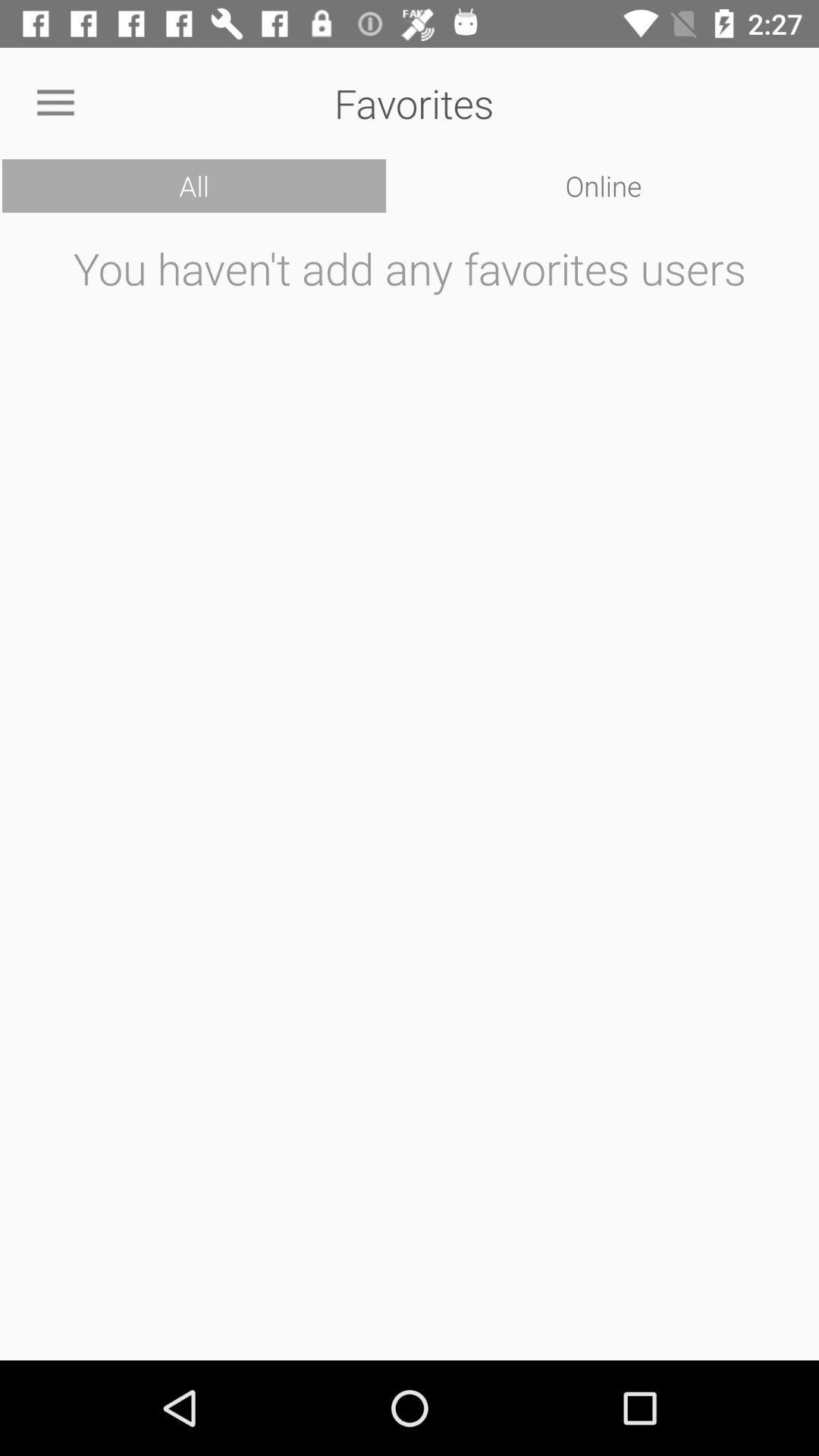 This screenshot has width=819, height=1456. What do you see at coordinates (409, 790) in the screenshot?
I see `the item below the all icon` at bounding box center [409, 790].